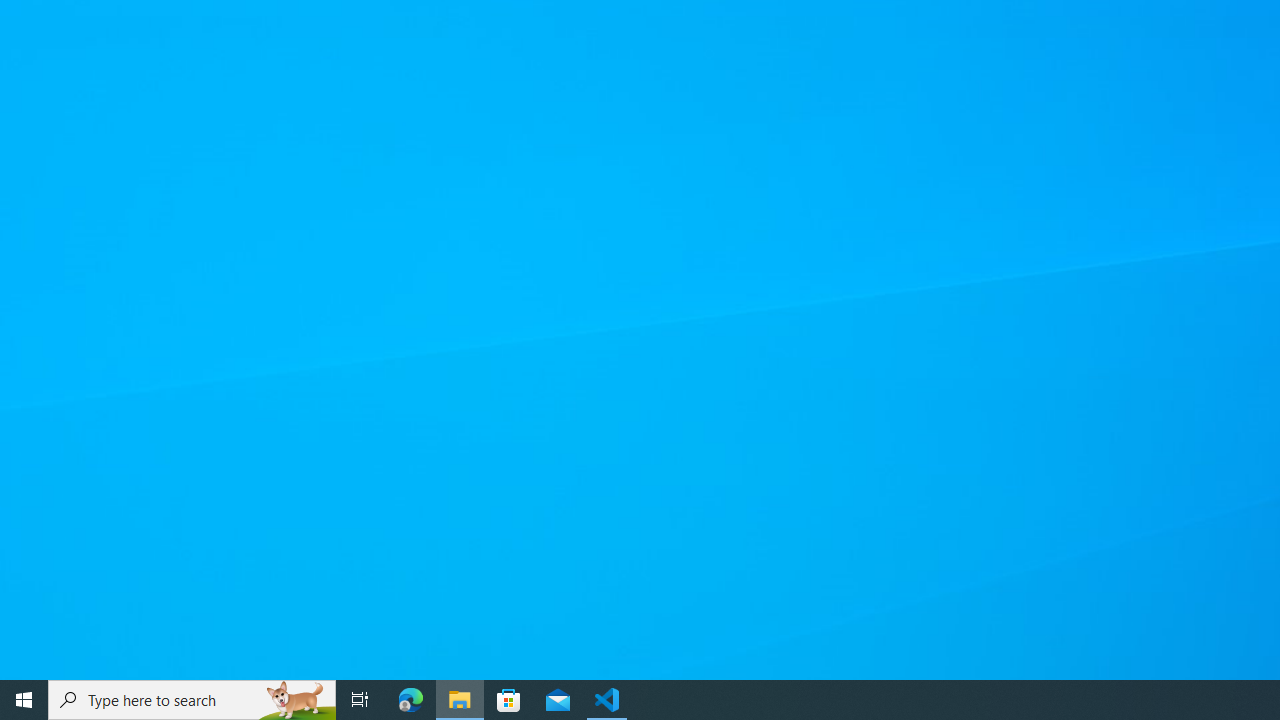 The image size is (1280, 720). Describe the element at coordinates (606, 698) in the screenshot. I see `'Visual Studio Code - 1 running window'` at that location.